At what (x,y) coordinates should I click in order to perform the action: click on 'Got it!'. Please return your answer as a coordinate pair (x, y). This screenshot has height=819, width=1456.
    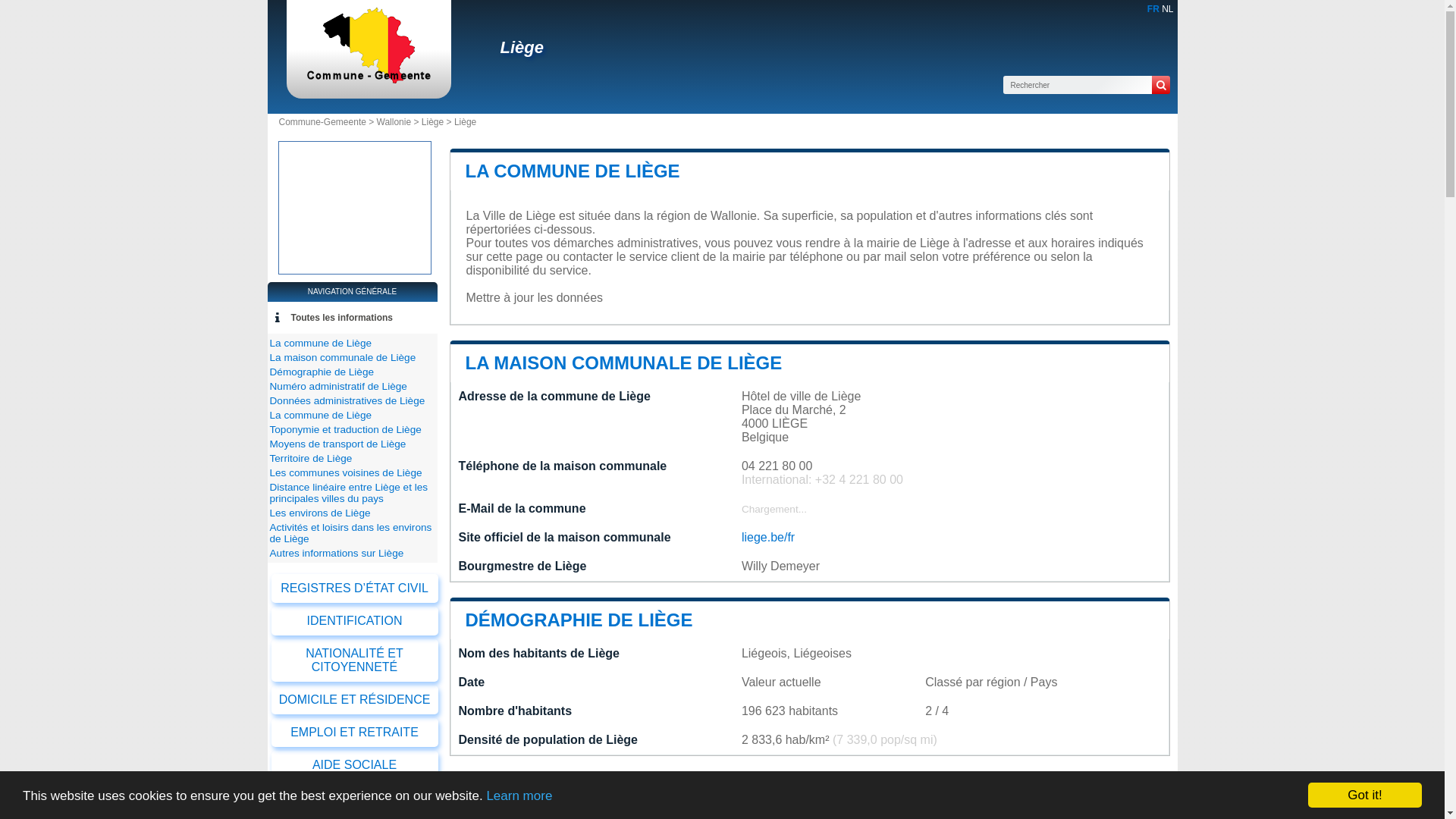
    Looking at the image, I should click on (1365, 794).